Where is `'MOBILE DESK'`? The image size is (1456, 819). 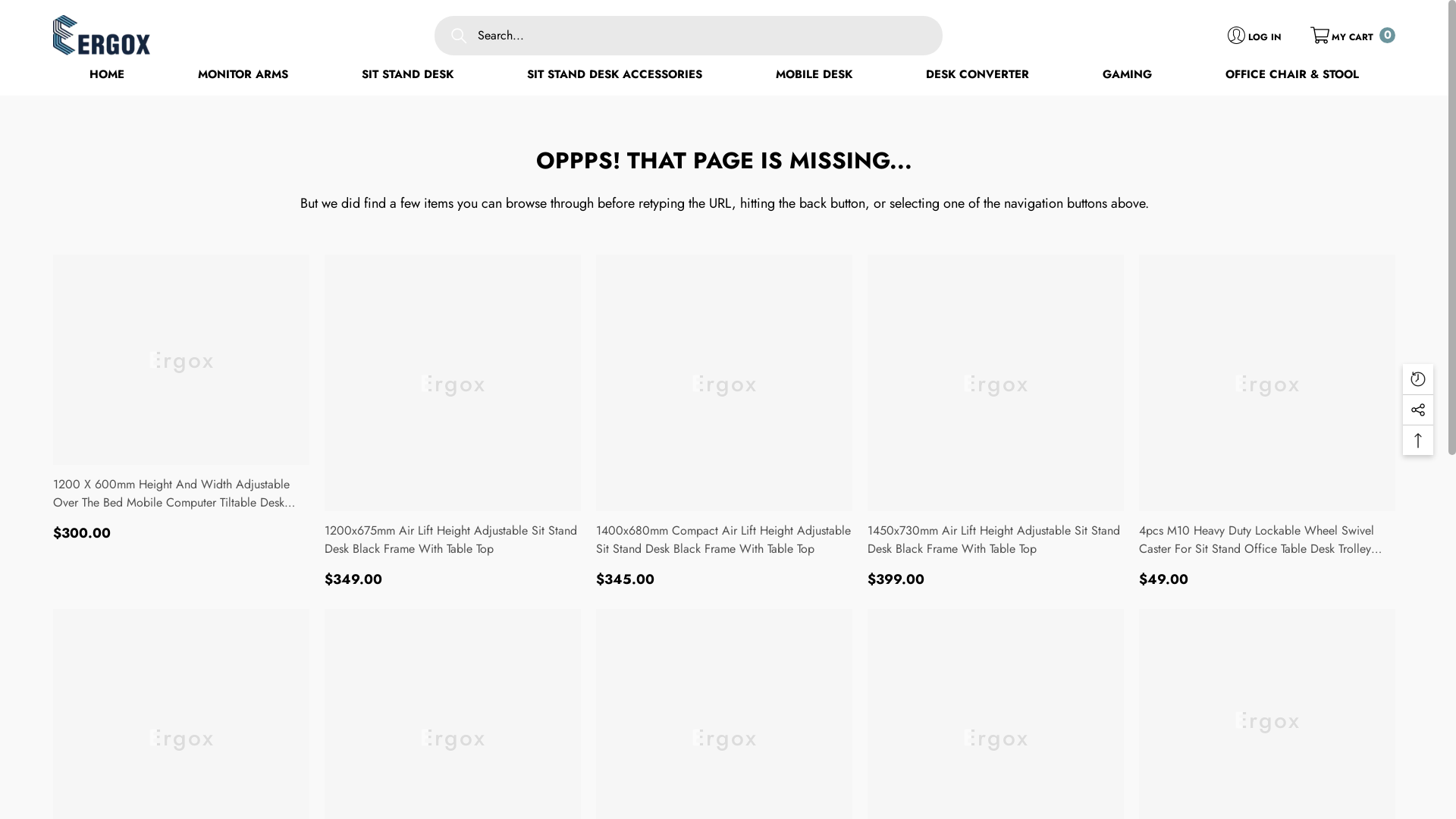
'MOBILE DESK' is located at coordinates (813, 75).